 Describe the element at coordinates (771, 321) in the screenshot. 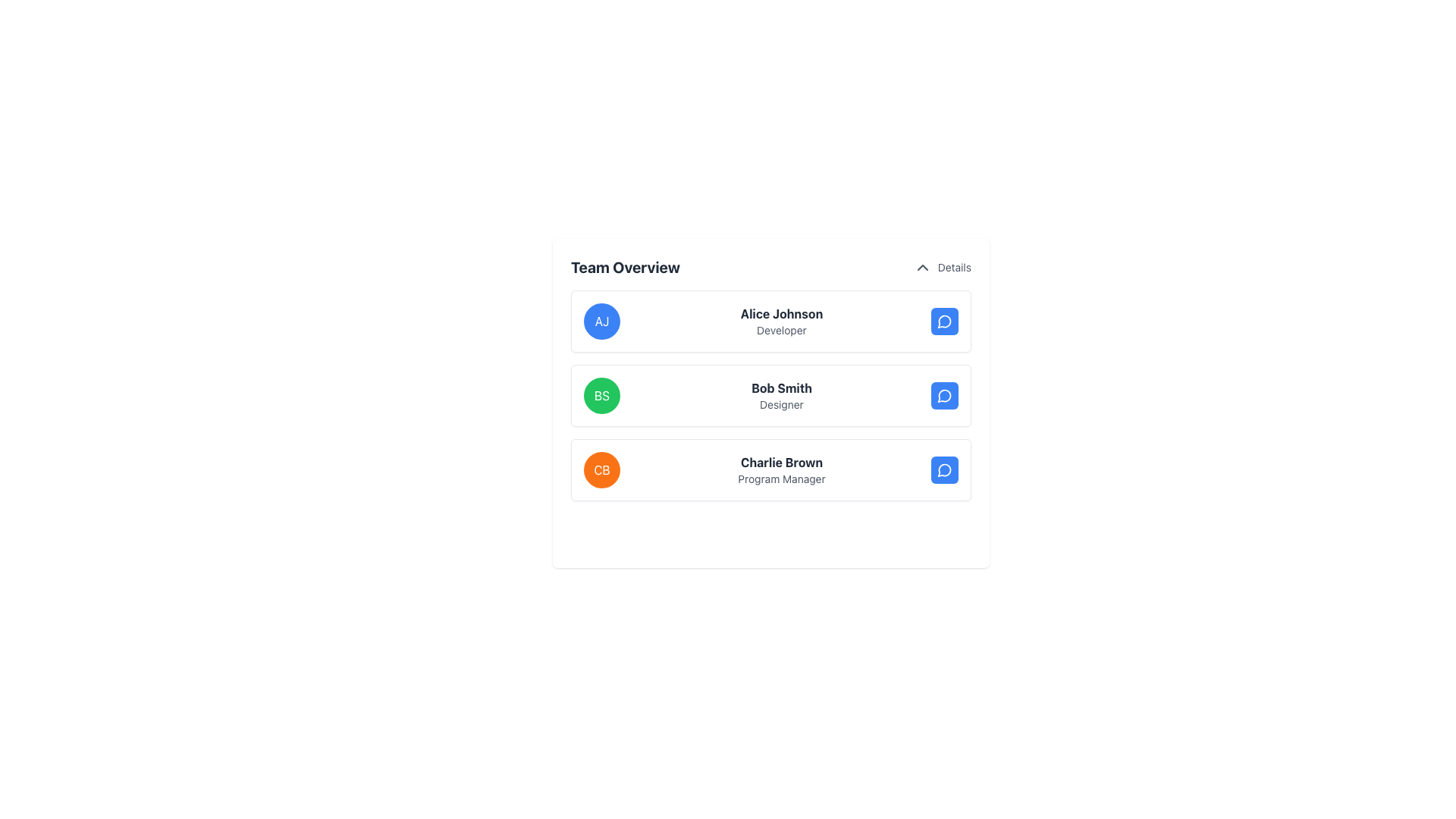

I see `the first contact card in the 'Team Overview' section` at that location.